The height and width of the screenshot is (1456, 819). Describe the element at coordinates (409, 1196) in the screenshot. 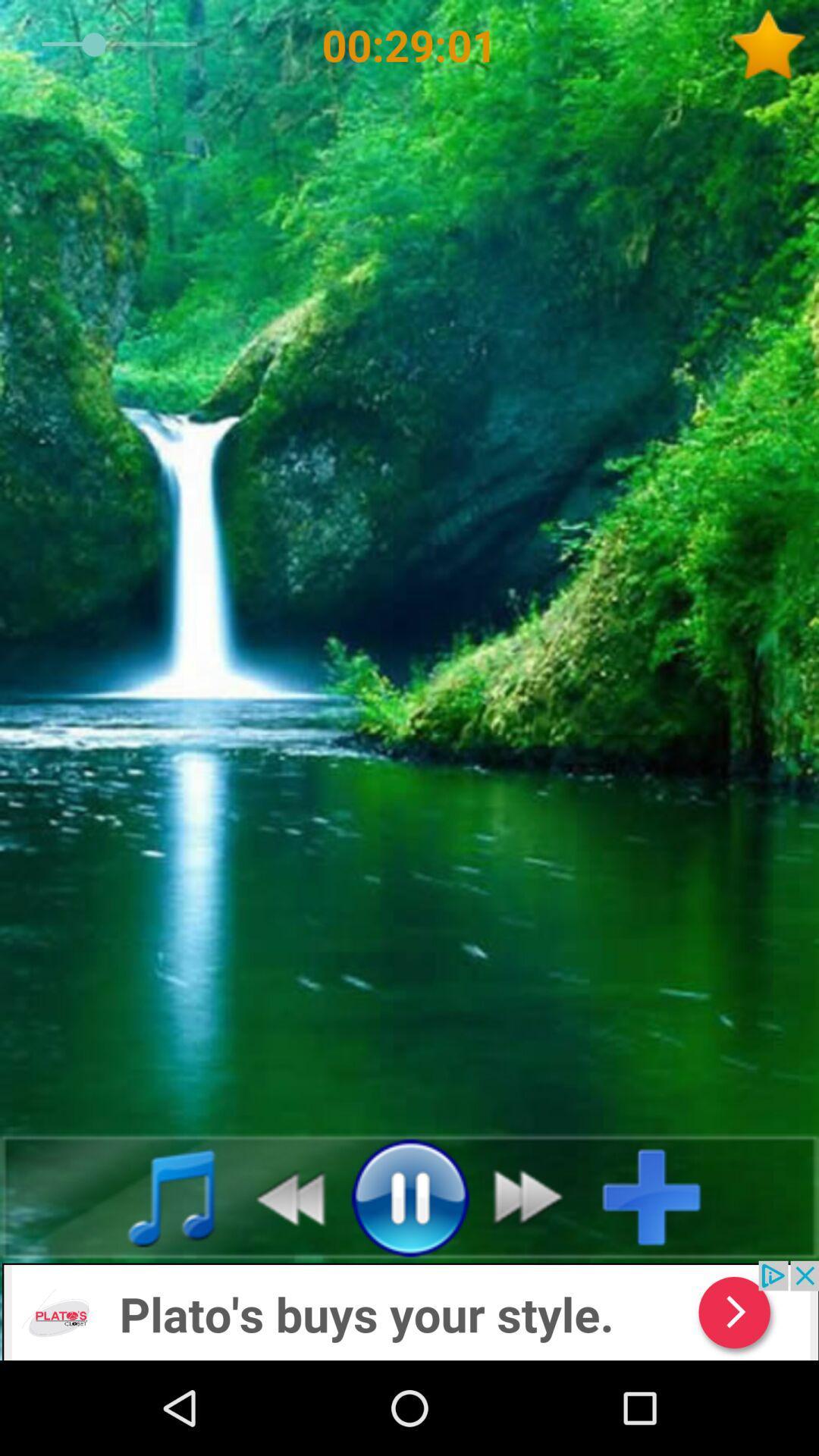

I see `the pause icon` at that location.